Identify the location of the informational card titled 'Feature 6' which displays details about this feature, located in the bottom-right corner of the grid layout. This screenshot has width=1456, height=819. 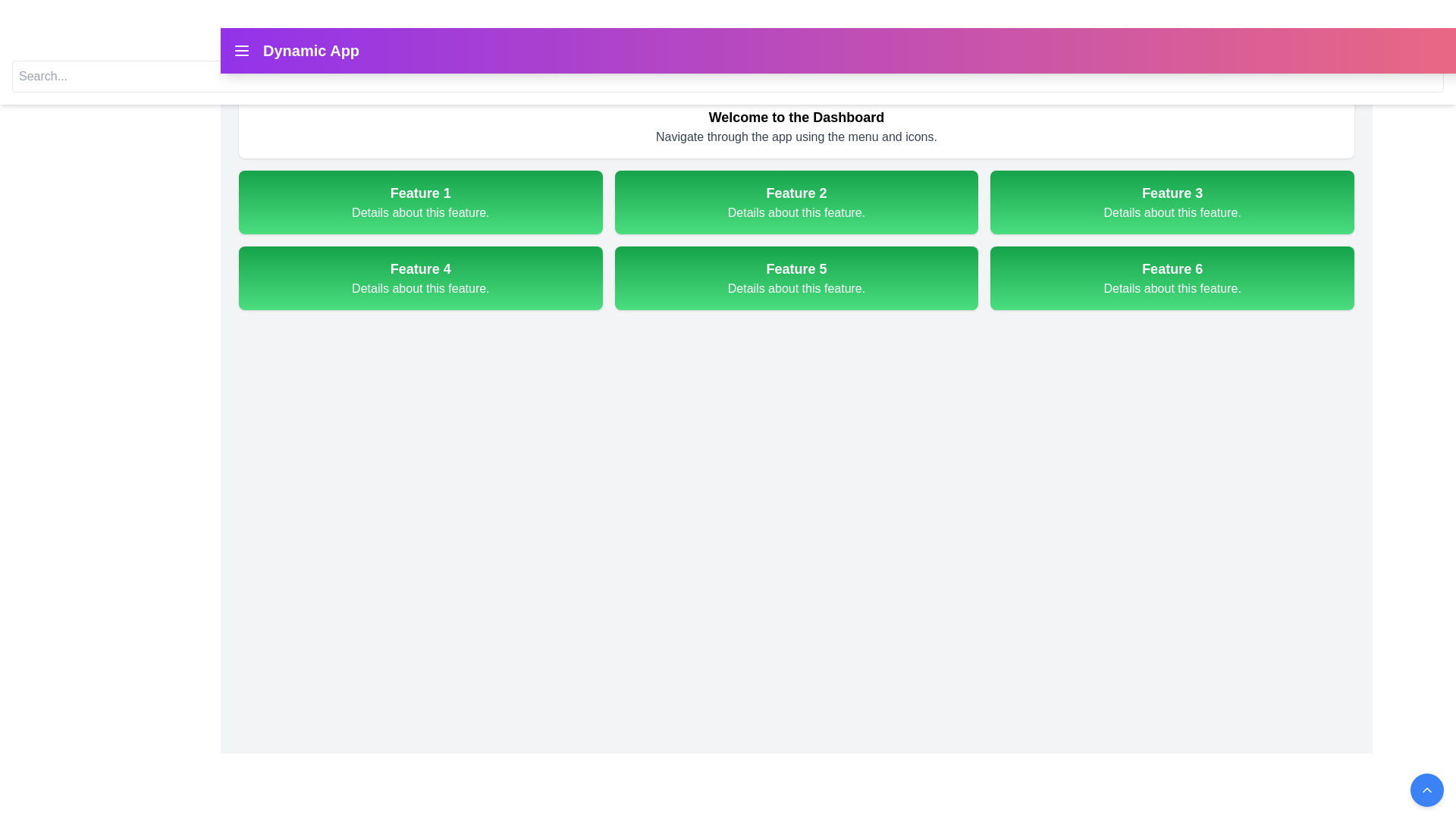
(1172, 278).